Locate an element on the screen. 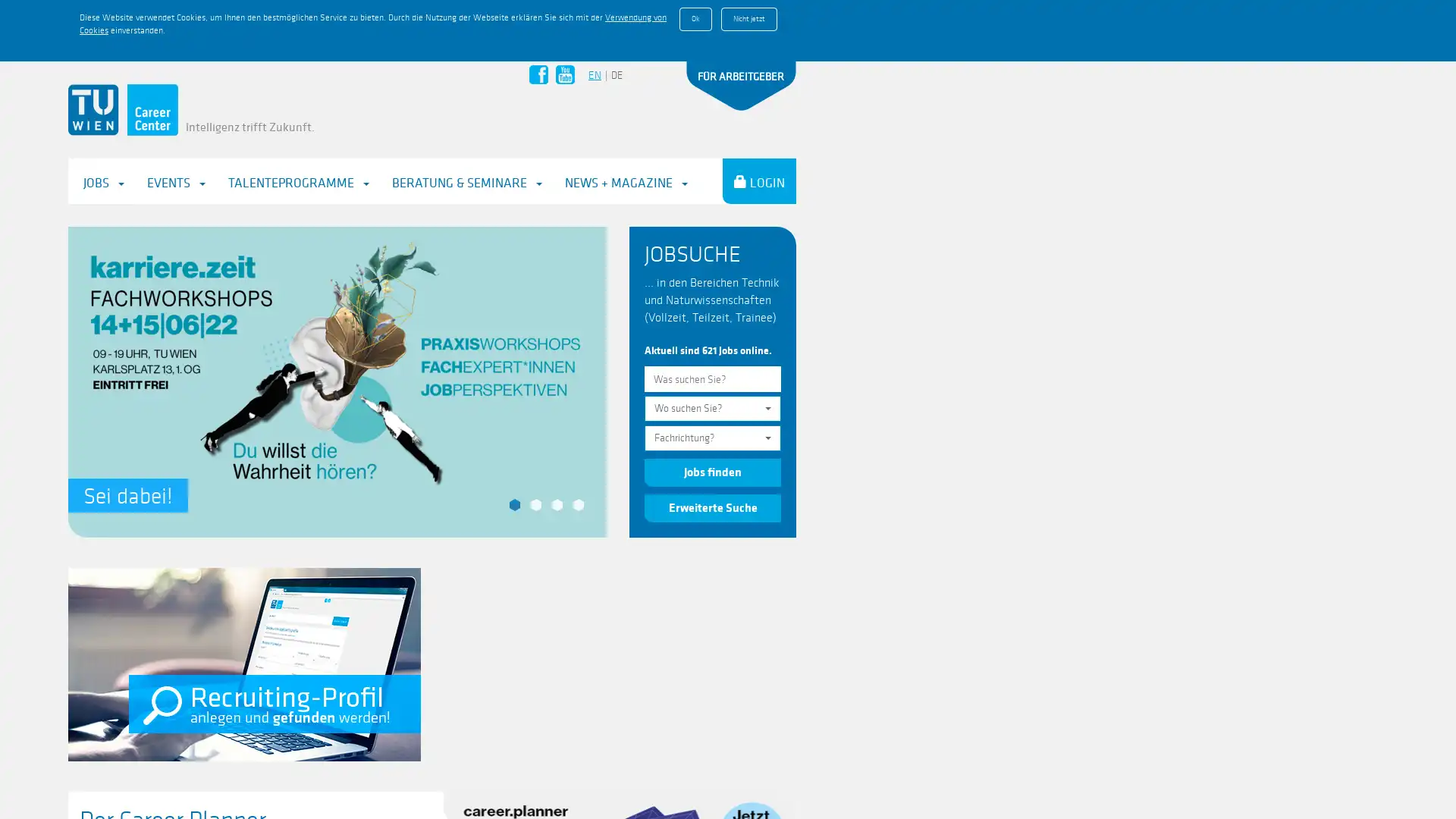  Wo suchen Sie? is located at coordinates (712, 347).